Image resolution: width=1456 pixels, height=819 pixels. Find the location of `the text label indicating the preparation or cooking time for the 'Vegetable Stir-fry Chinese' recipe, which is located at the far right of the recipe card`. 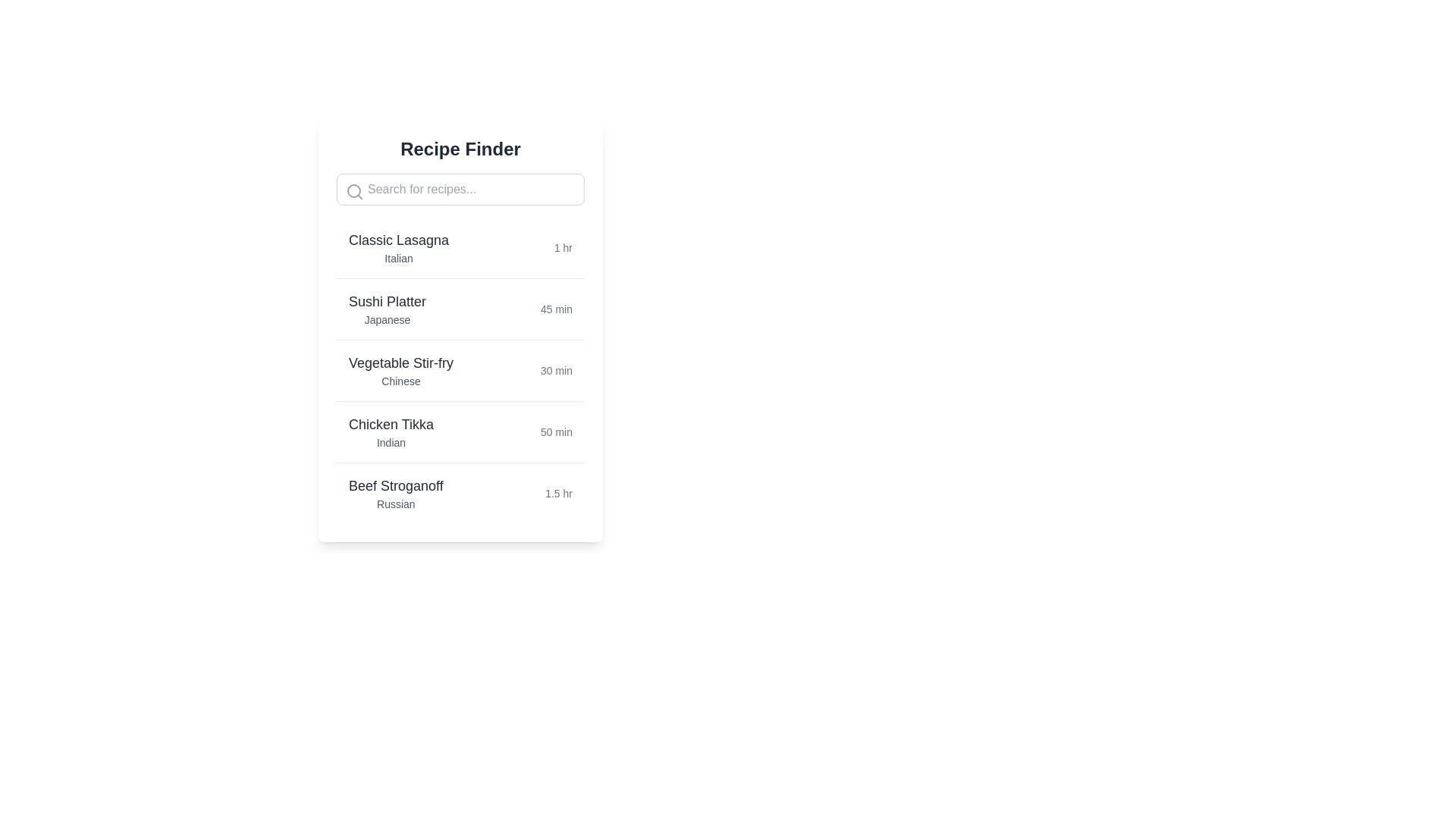

the text label indicating the preparation or cooking time for the 'Vegetable Stir-fry Chinese' recipe, which is located at the far right of the recipe card is located at coordinates (556, 371).